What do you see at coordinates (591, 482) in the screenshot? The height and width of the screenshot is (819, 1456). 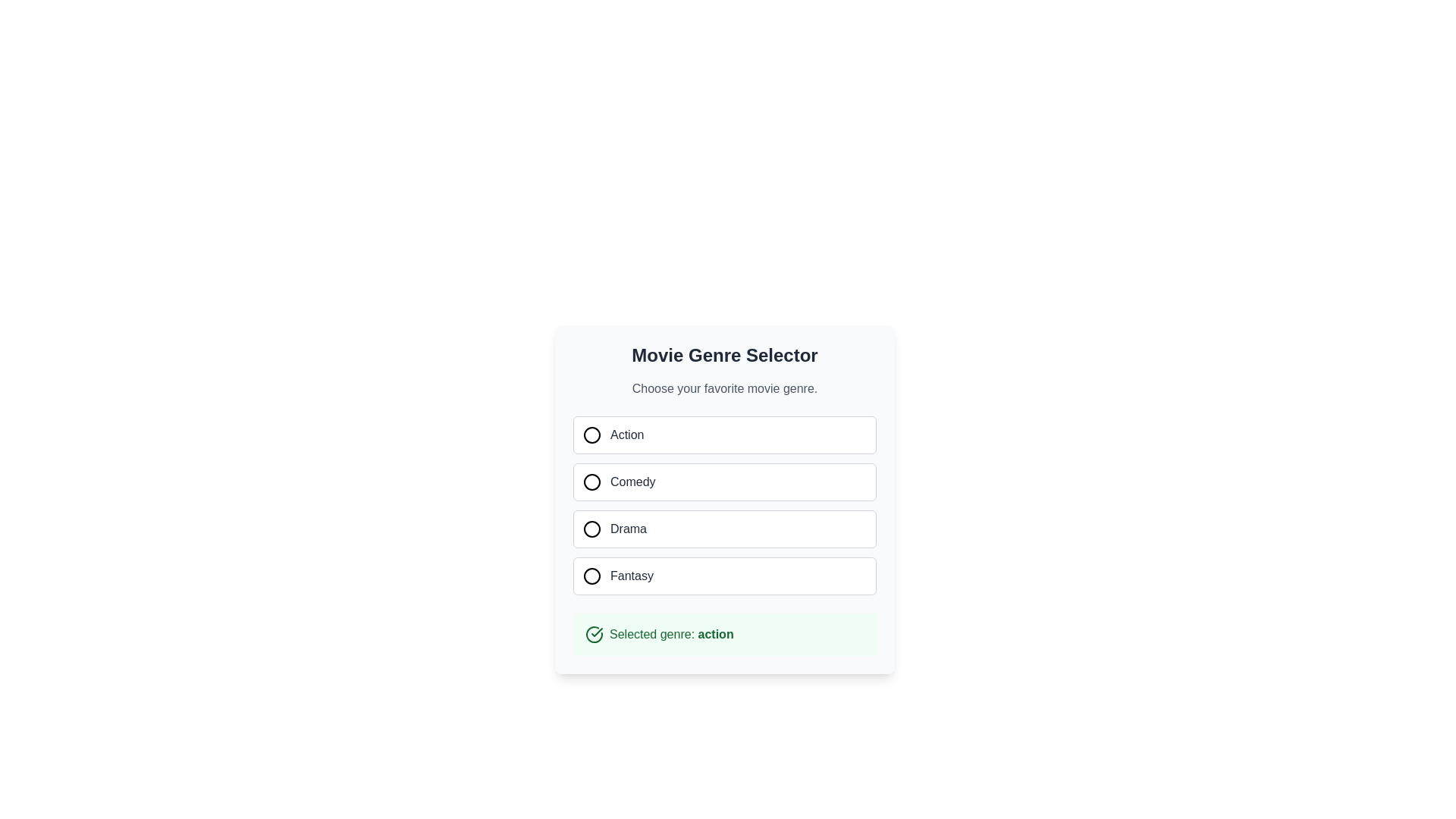 I see `the 'Comedy' radio button graphic indicator, which is the second option in a group of four, located between 'Action' and 'Drama.'` at bounding box center [591, 482].